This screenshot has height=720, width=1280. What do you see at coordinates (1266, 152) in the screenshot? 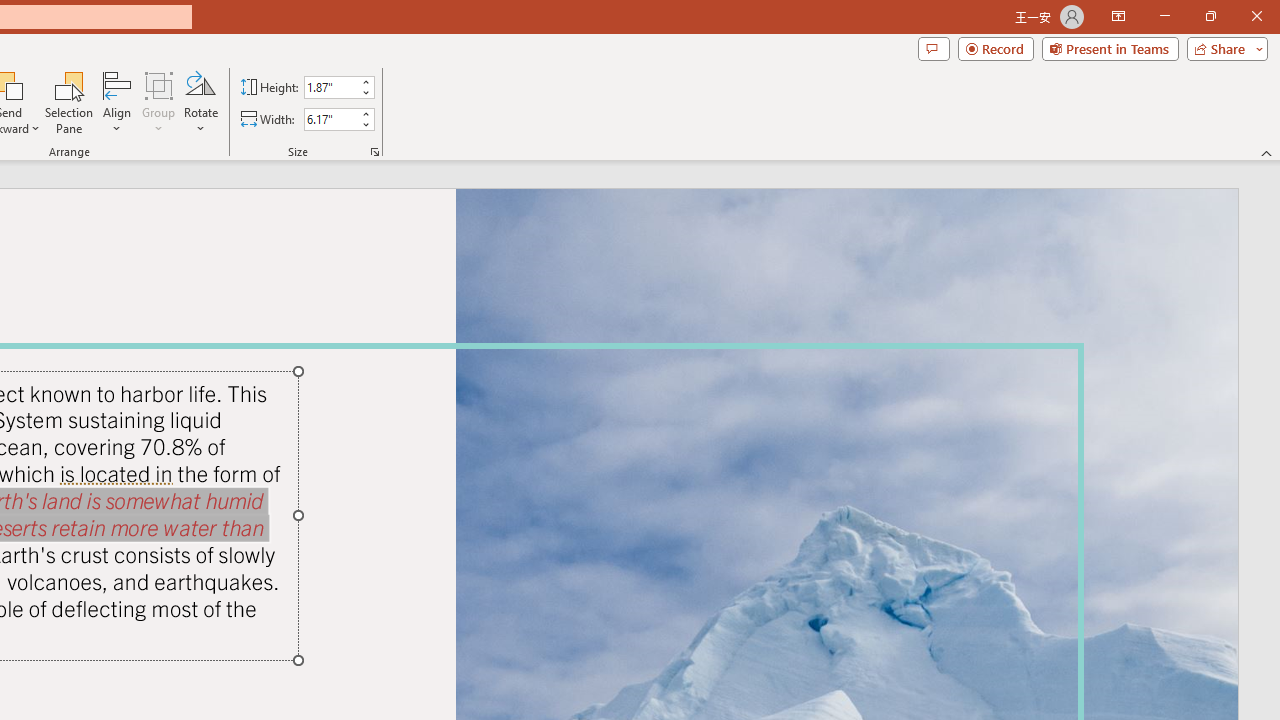
I see `'Collapse the Ribbon'` at bounding box center [1266, 152].